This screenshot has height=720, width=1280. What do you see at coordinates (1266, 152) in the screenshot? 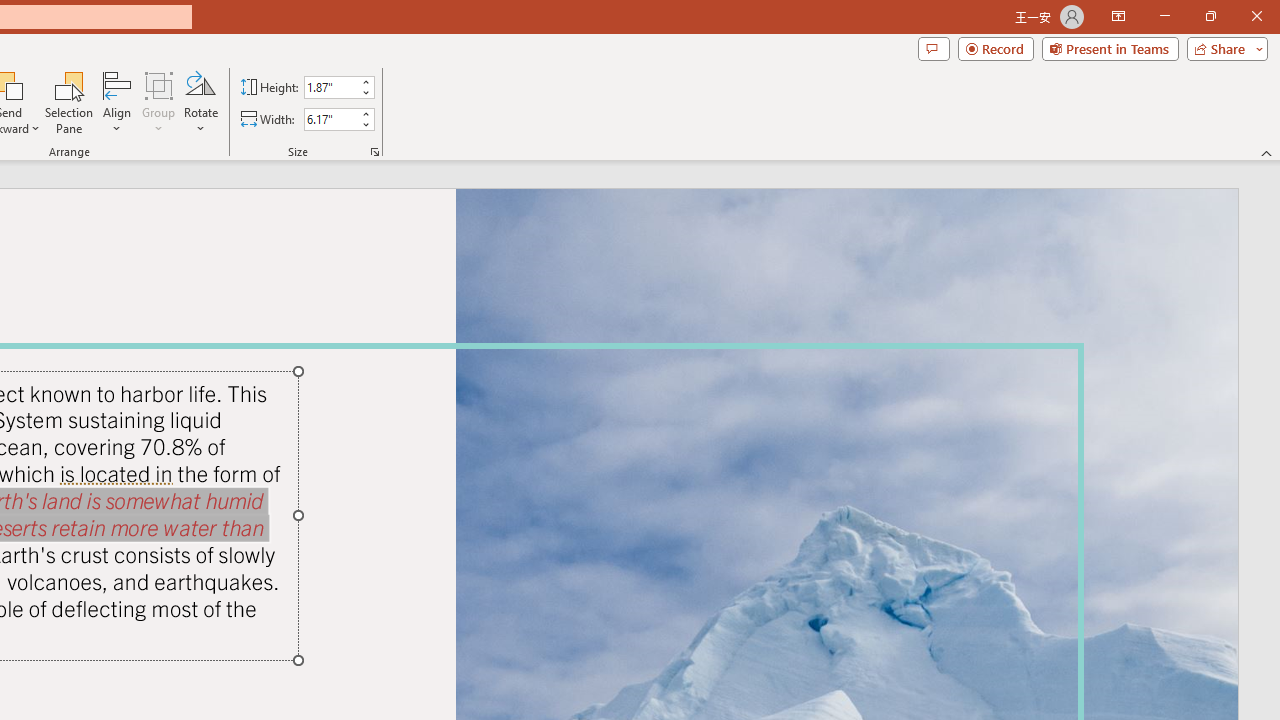
I see `'Collapse the Ribbon'` at bounding box center [1266, 152].